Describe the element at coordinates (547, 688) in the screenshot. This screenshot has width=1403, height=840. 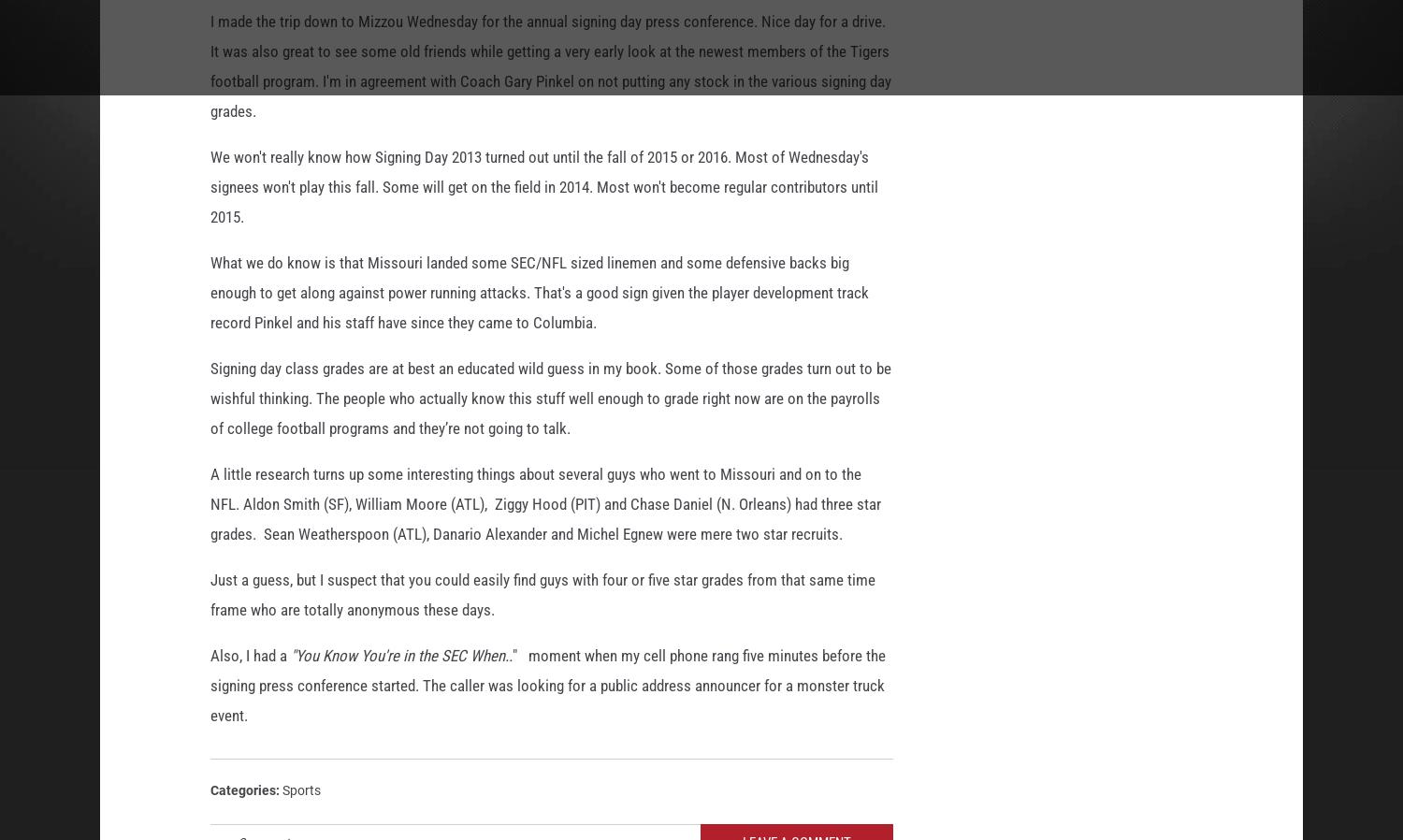
I see `'"   moment when my cell phone rang five minutes before the signing press conference started. The caller was looking for a public address announcer for a monster truck event.'` at that location.